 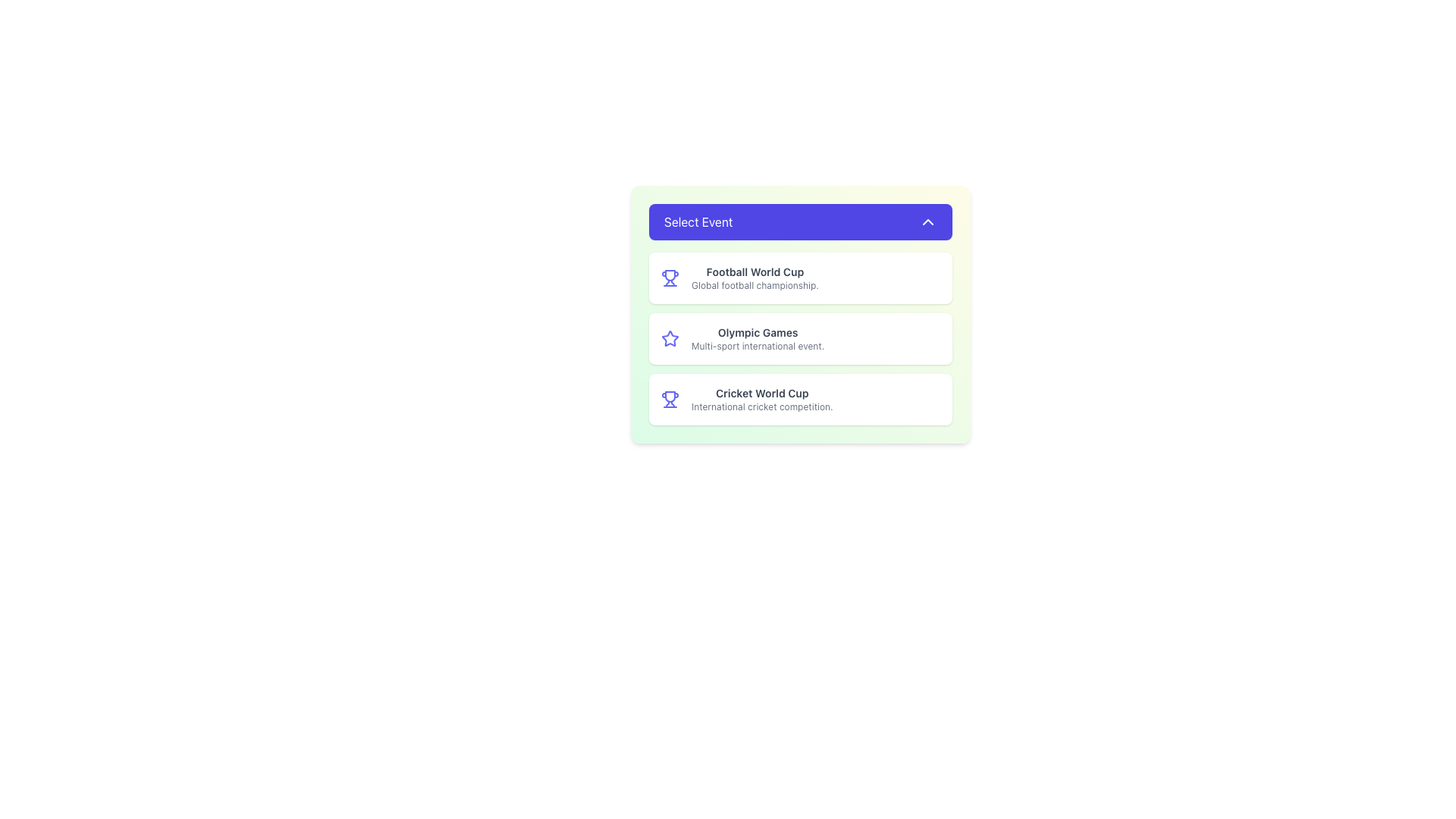 I want to click on the 'Olympic Games' text label, which is styled with a small bold gray font and is positioned as the main heading within a rectangular card, so click(x=758, y=332).